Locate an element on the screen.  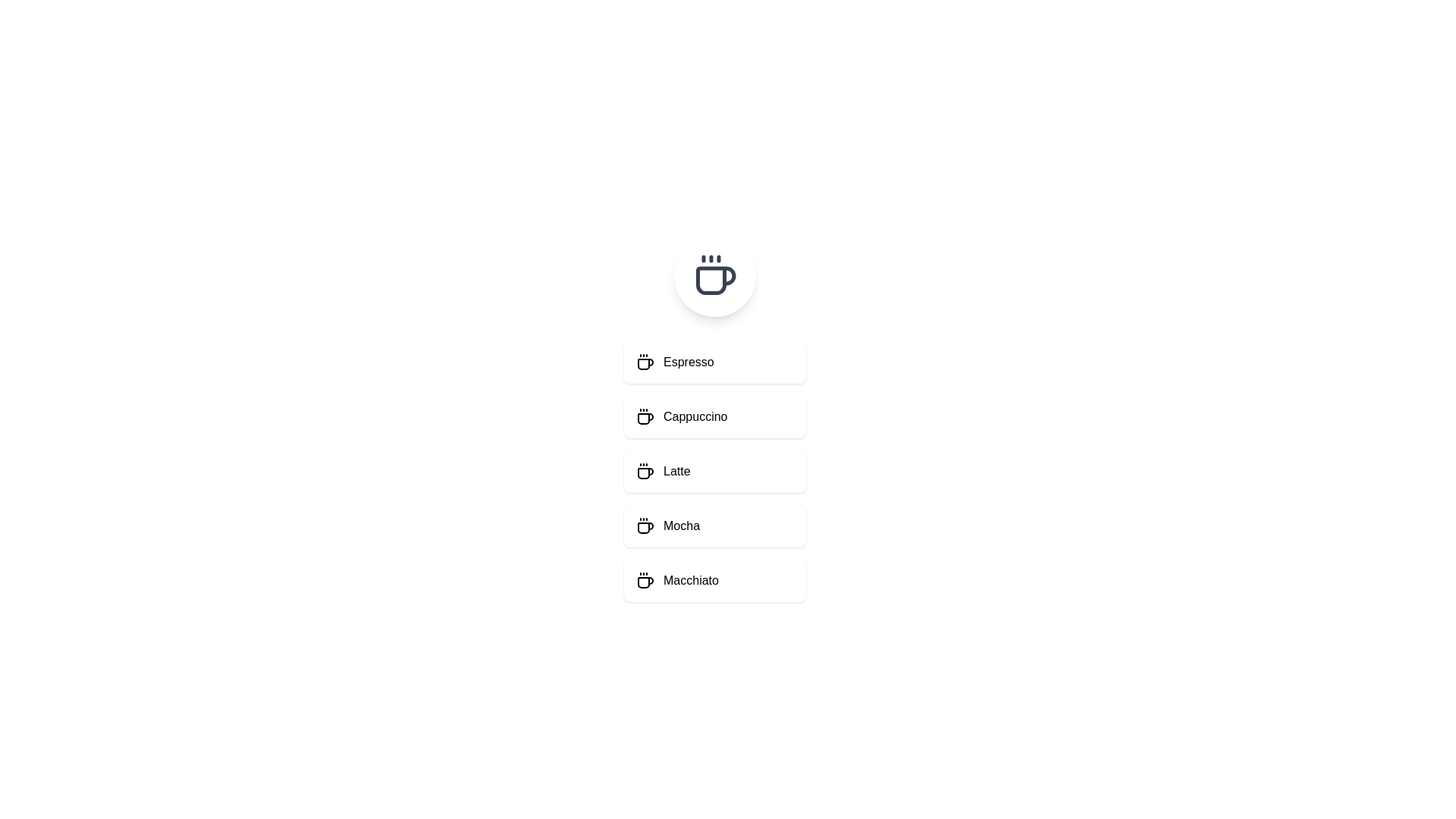
the menu item Espresso to observe its hover effect is located at coordinates (714, 362).